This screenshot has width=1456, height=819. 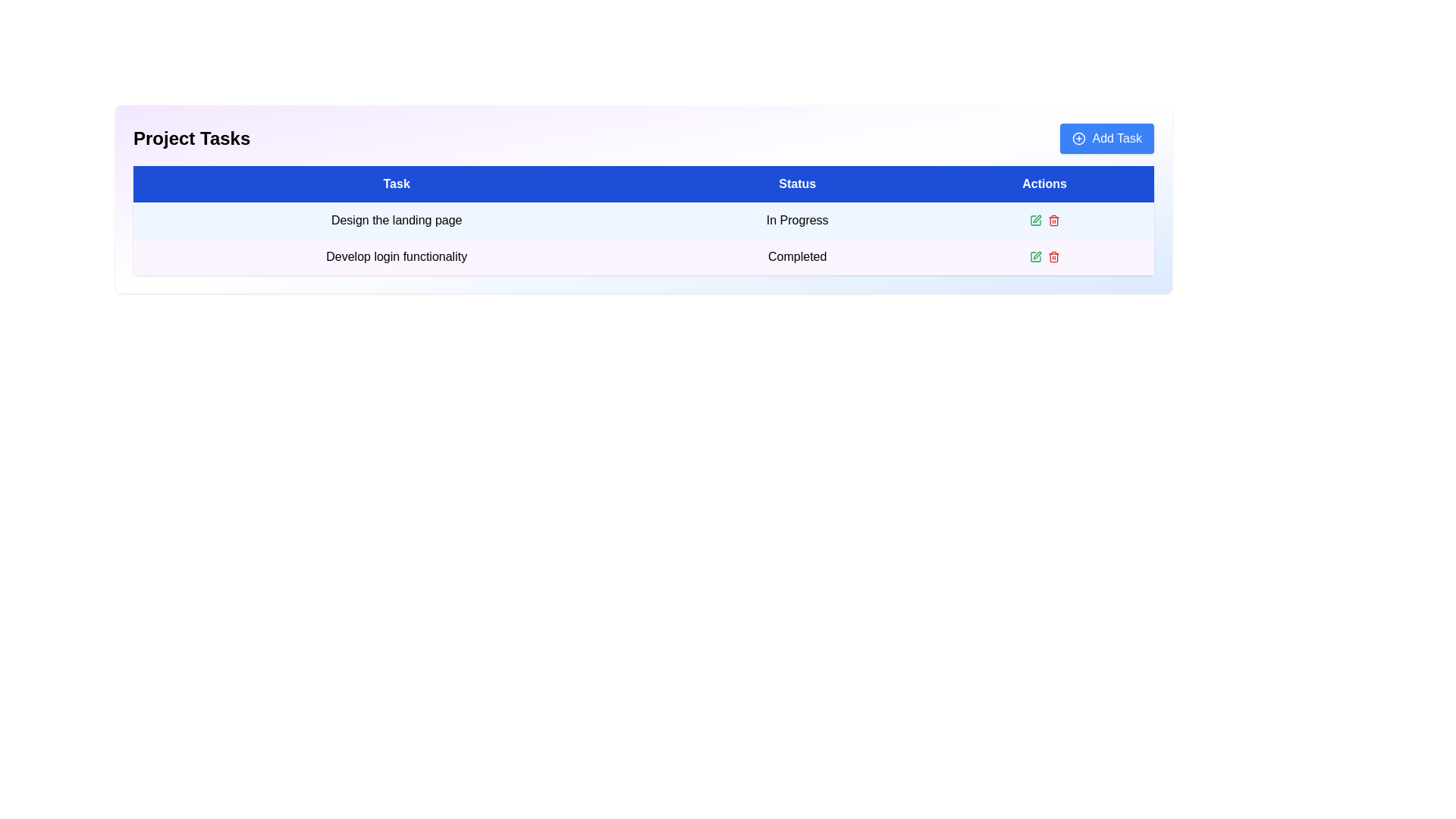 I want to click on the green pen icon in the second row of the task list under the 'Actions' column to initiate editing the task labeled 'Develop login functionality.', so click(x=1034, y=220).